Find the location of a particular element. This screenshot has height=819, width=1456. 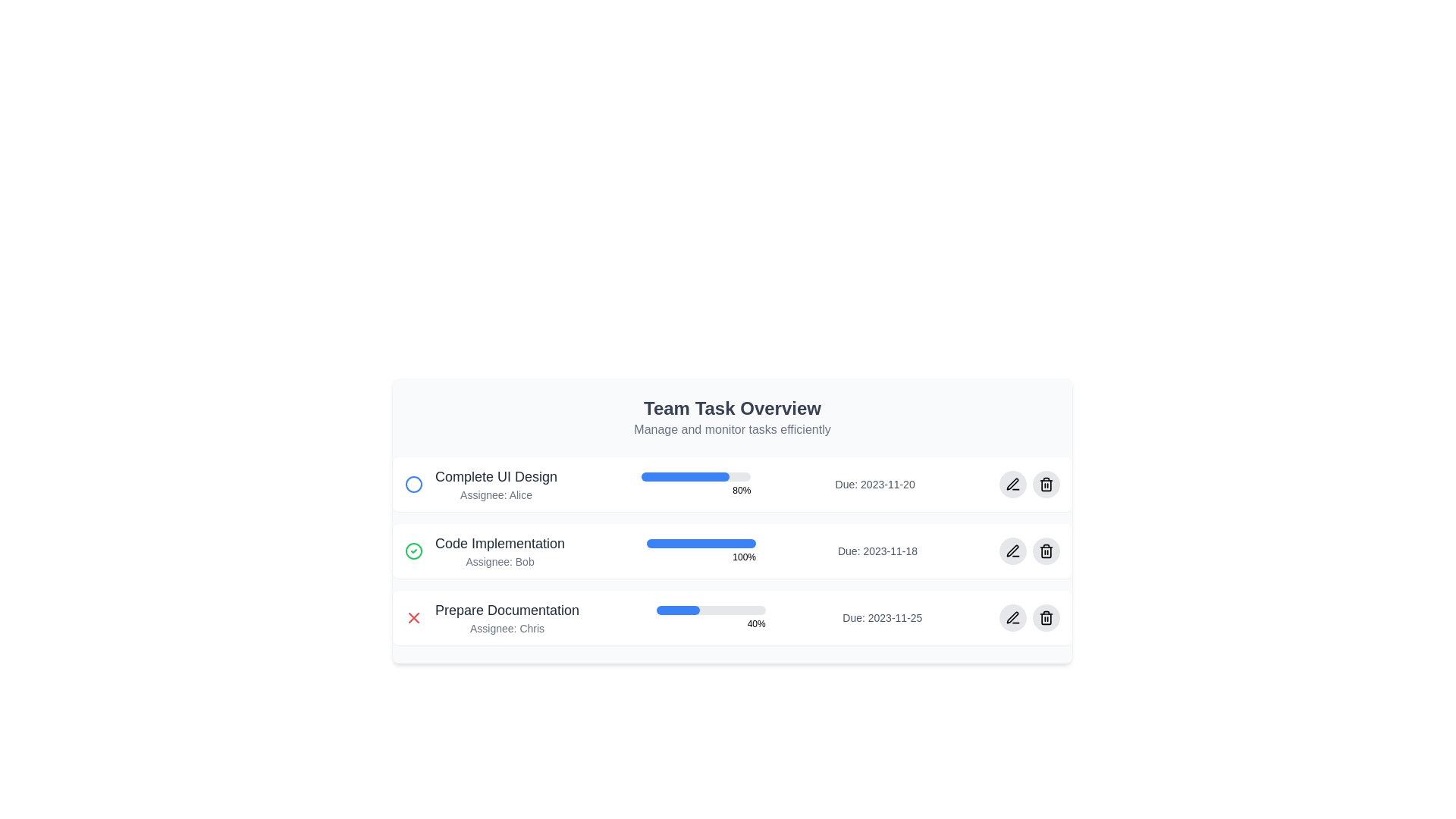

the progress represented by the blue segment of the progress bar indicating 80% completion for the task 'Complete UI Design' is located at coordinates (684, 475).